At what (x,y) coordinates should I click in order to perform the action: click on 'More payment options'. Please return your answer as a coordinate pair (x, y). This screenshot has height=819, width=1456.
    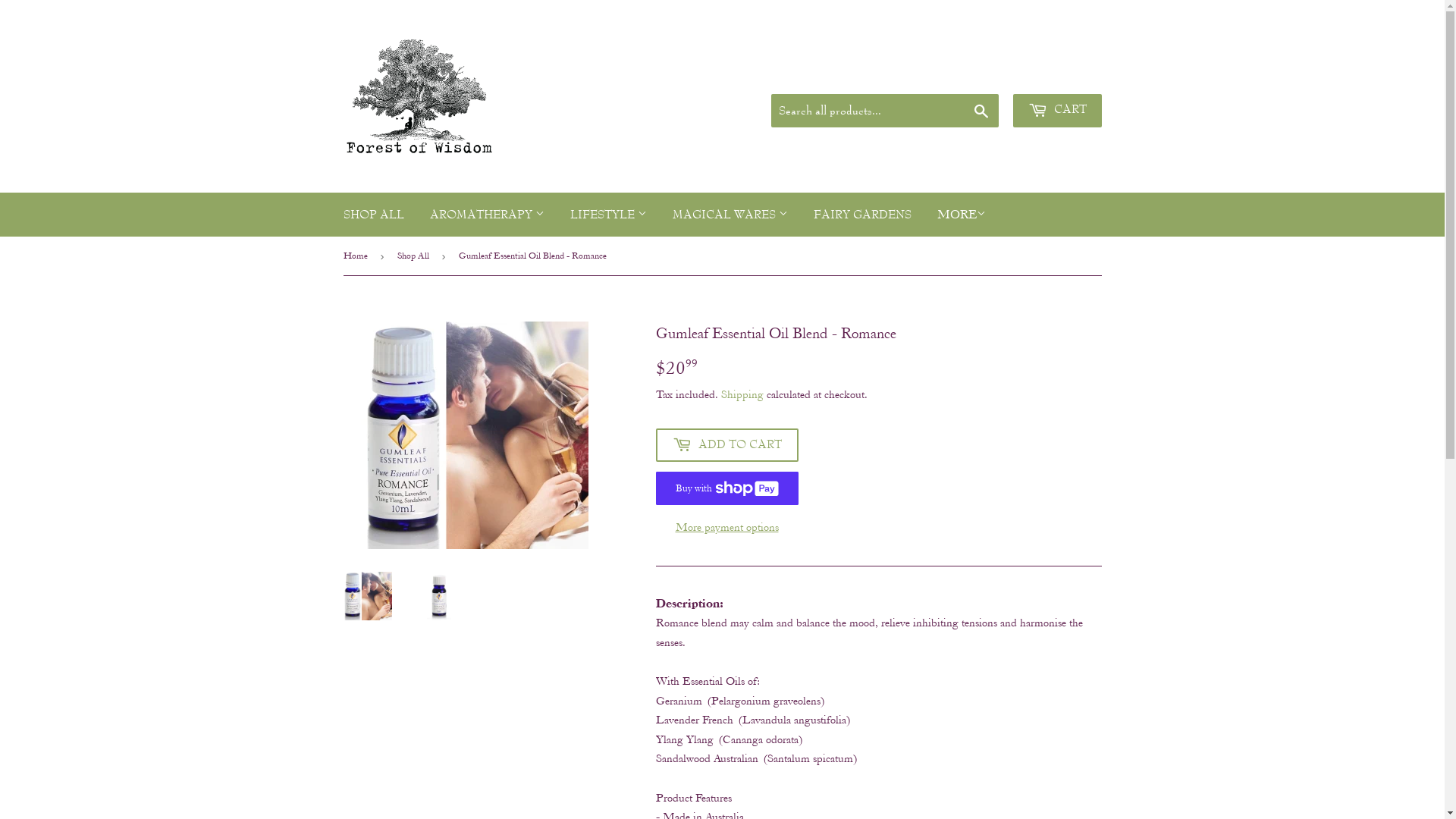
    Looking at the image, I should click on (726, 526).